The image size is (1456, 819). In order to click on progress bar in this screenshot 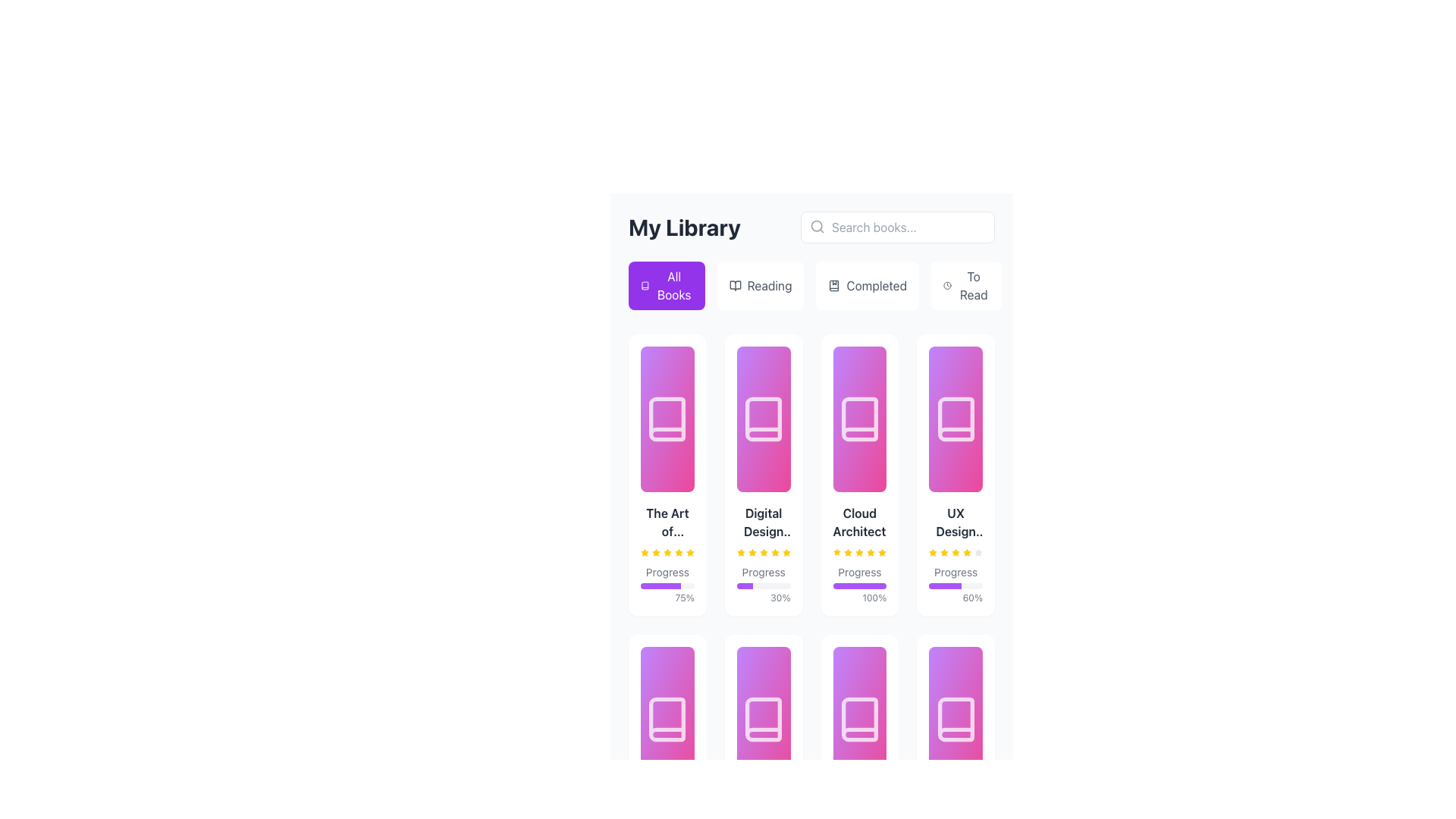, I will do `click(676, 585)`.